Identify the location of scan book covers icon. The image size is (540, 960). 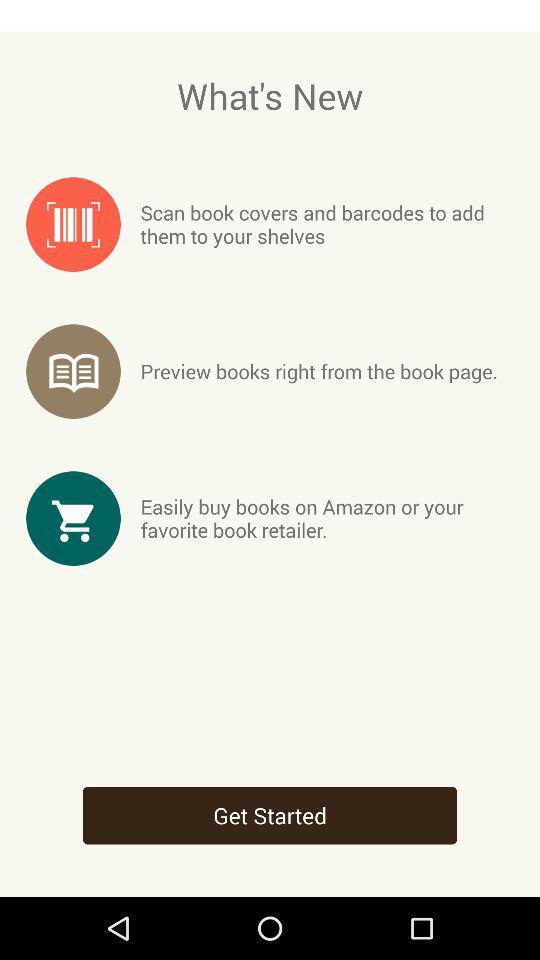
(327, 224).